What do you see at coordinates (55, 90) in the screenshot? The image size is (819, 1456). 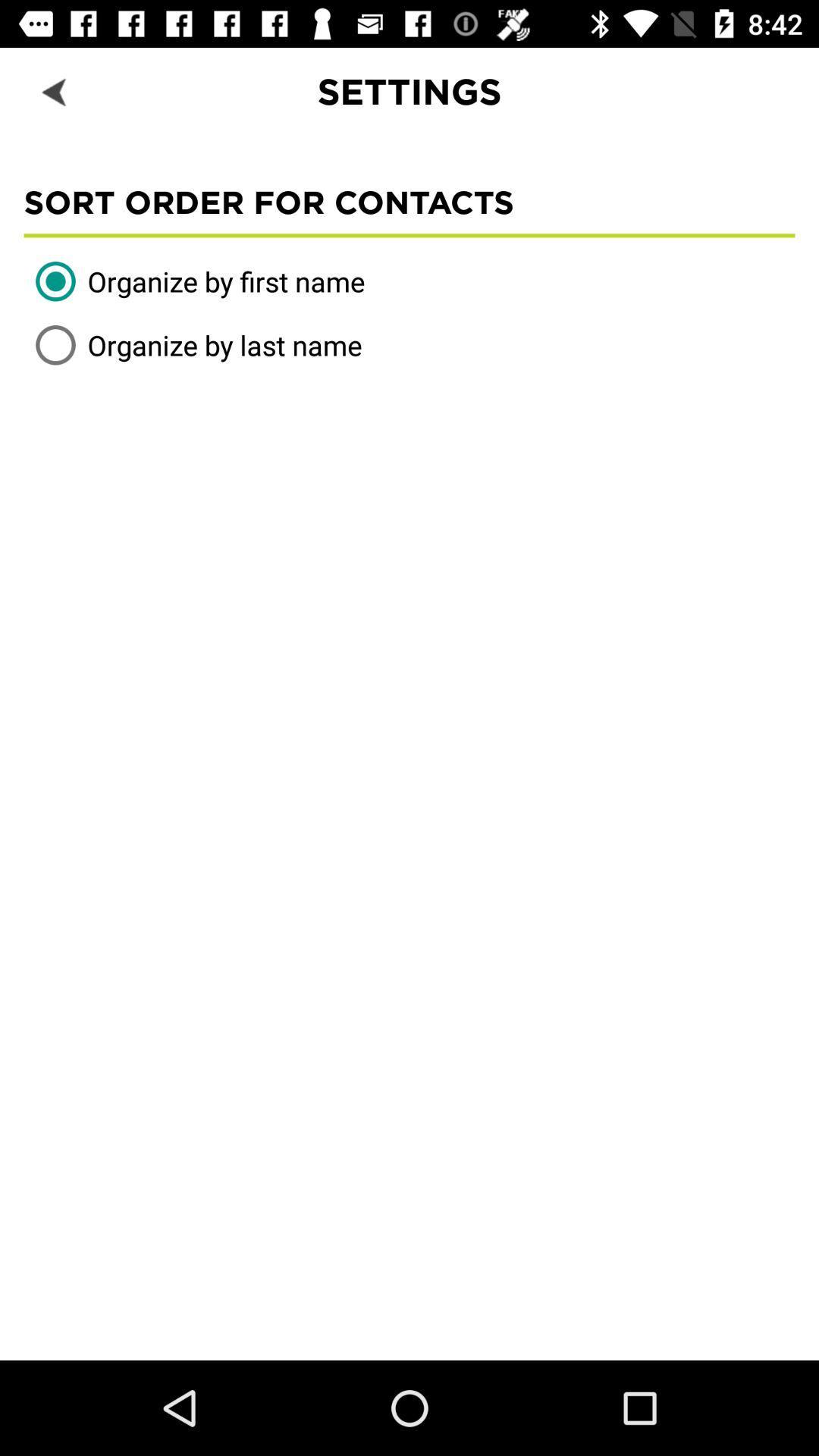 I see `the item to the left of settings` at bounding box center [55, 90].